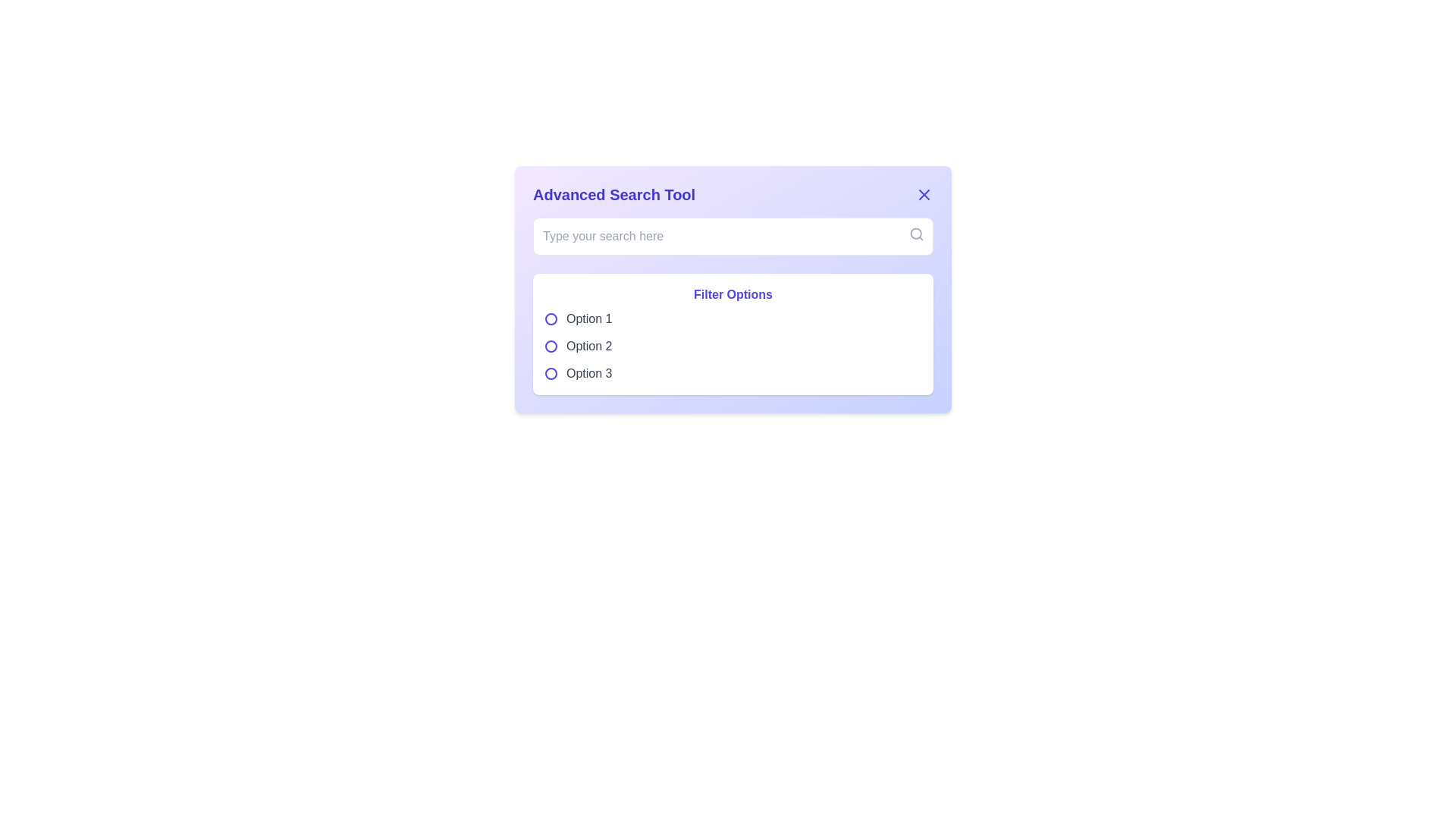  Describe the element at coordinates (915, 234) in the screenshot. I see `the circular part of the magnifying glass icon located at the far right of the search input field` at that location.